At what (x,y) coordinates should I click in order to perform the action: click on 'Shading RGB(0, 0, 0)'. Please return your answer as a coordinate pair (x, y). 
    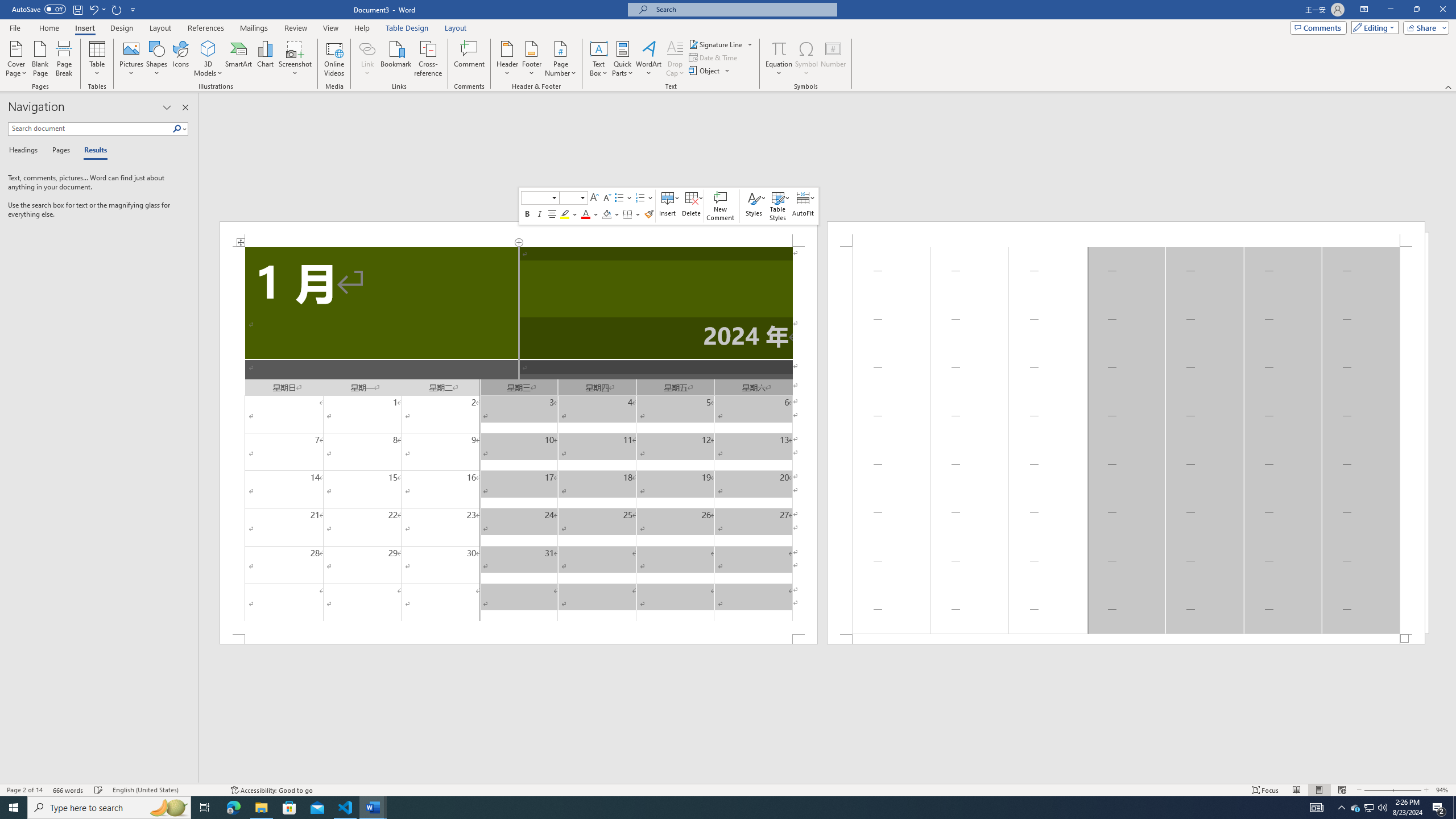
    Looking at the image, I should click on (606, 213).